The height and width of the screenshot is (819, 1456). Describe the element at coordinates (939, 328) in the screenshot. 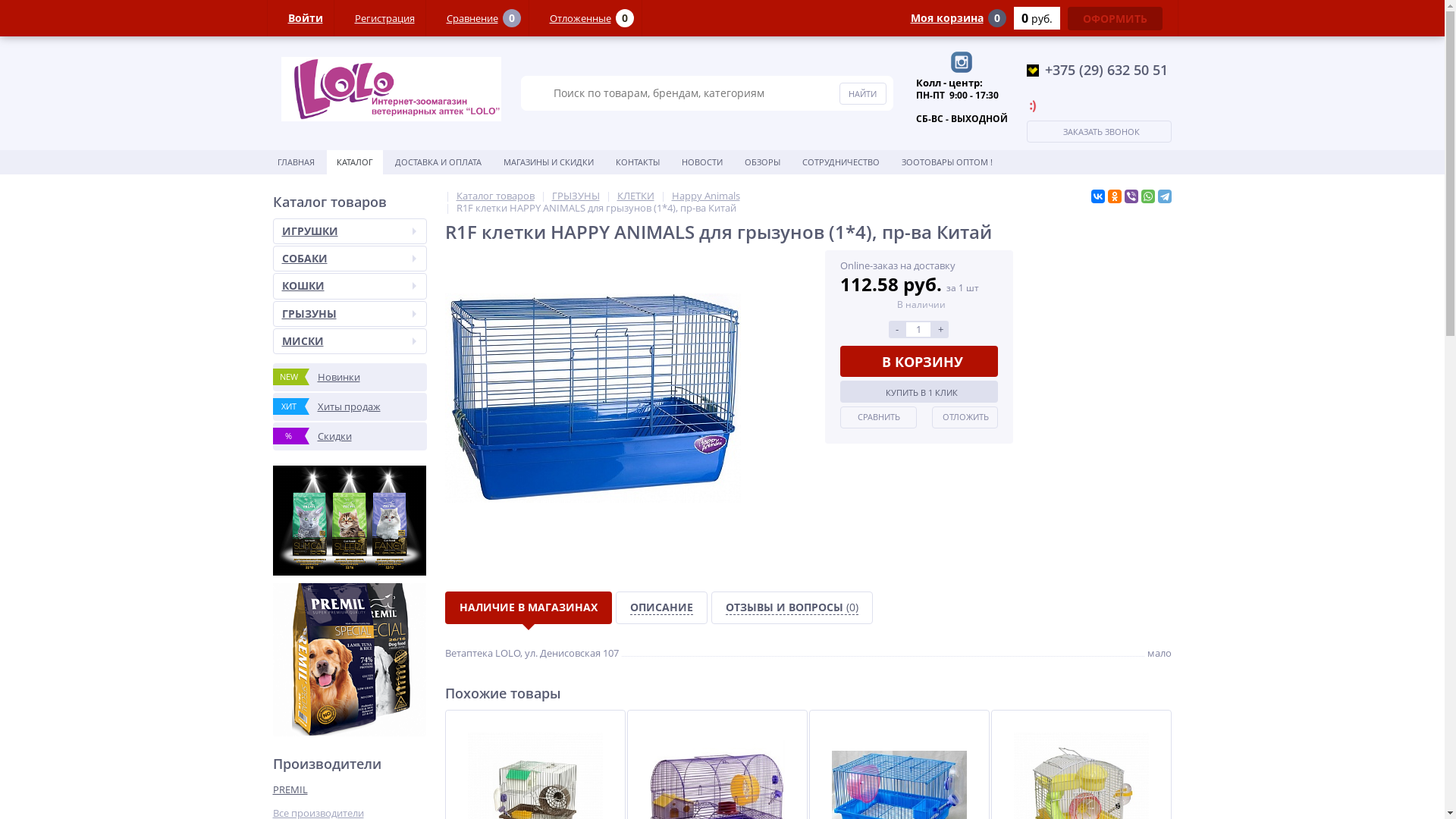

I see `'+'` at that location.